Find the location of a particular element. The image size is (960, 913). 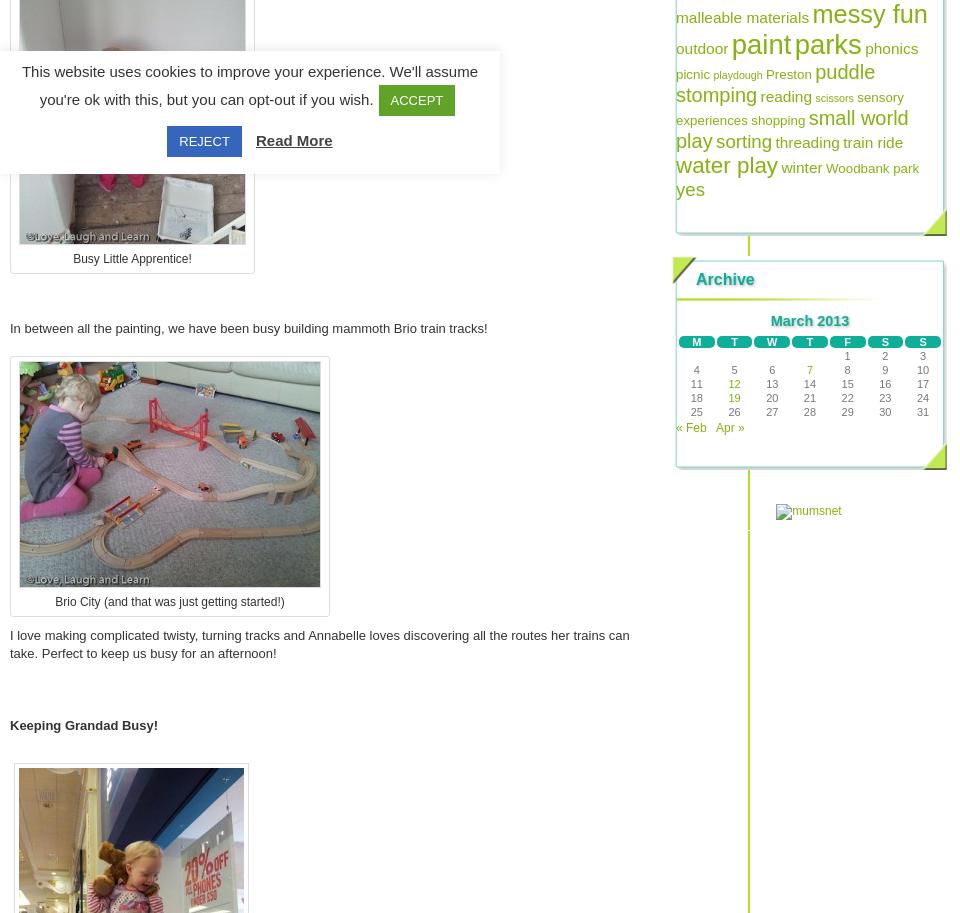

'F' is located at coordinates (846, 342).